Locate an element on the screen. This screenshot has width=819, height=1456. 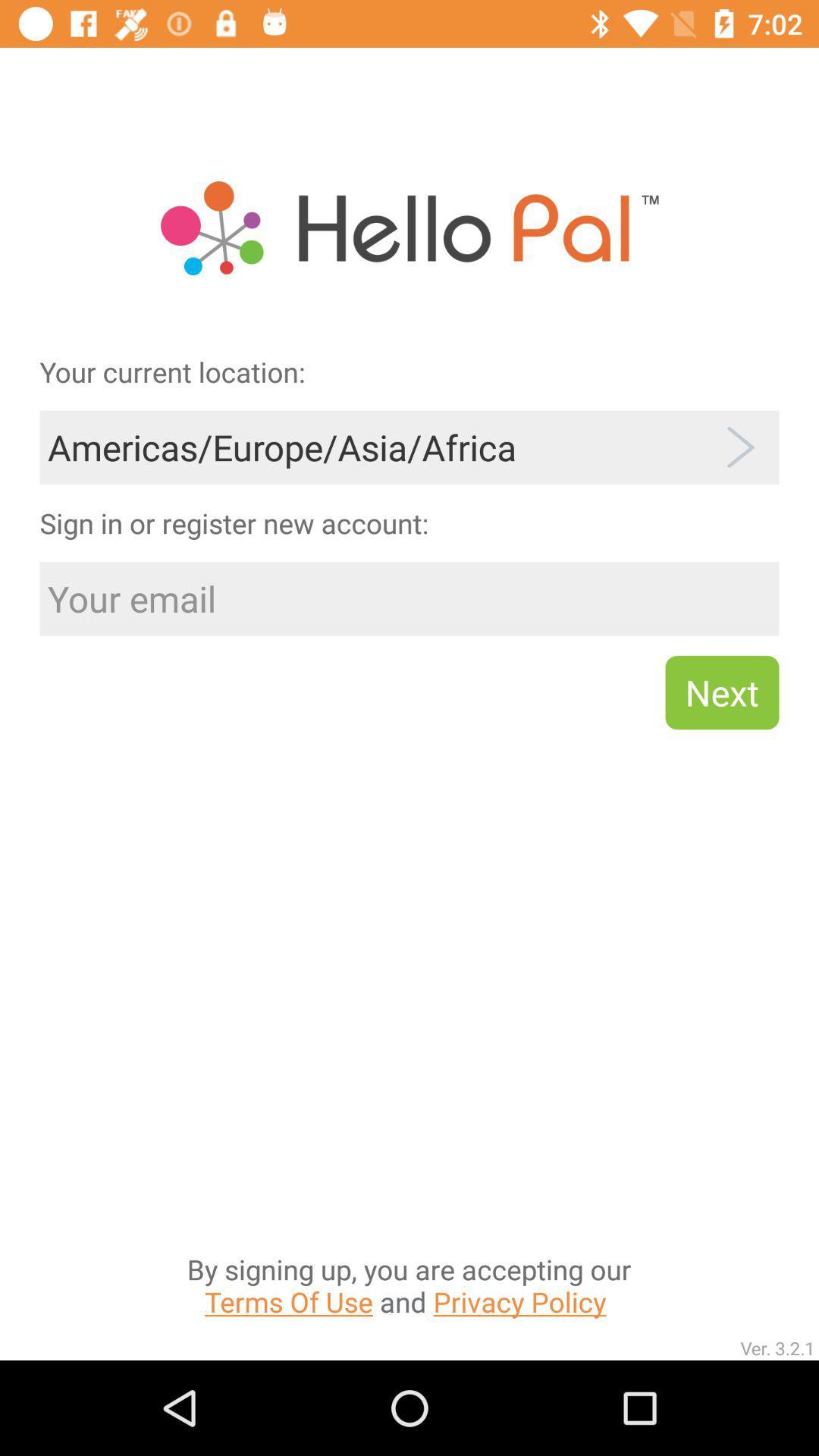
the next item is located at coordinates (721, 692).